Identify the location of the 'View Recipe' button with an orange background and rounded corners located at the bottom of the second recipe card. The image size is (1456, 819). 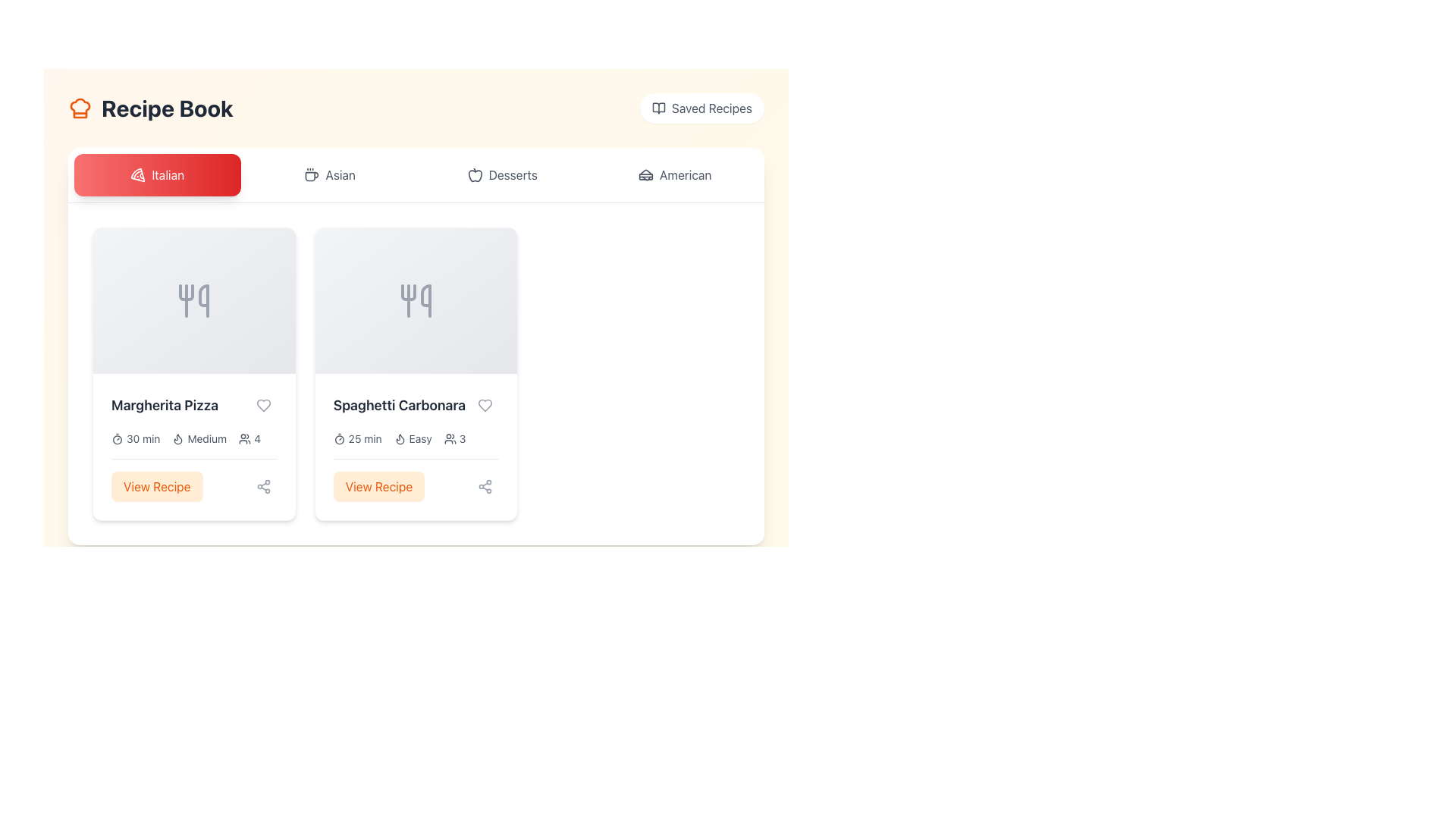
(416, 480).